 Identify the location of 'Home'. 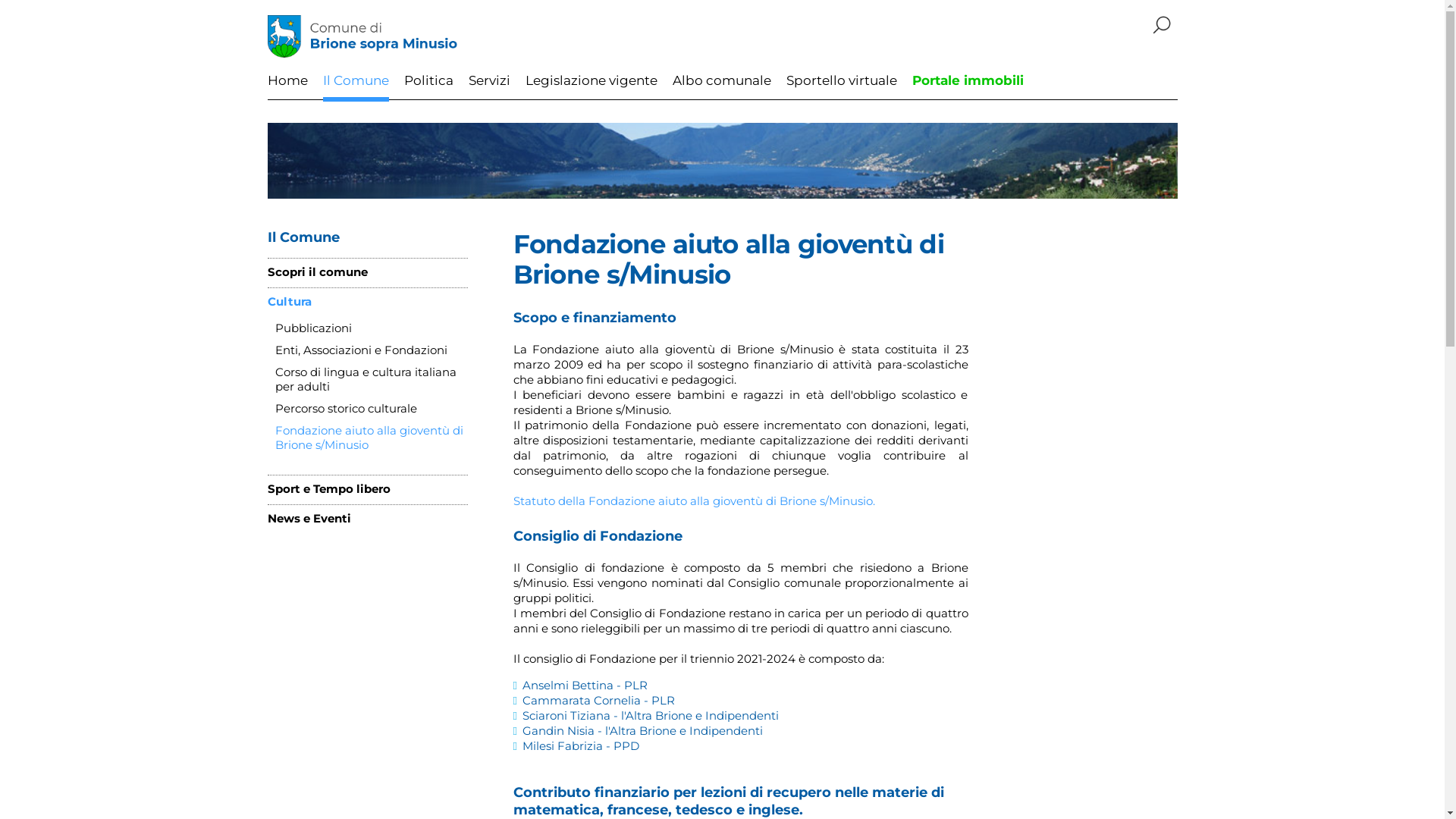
(287, 87).